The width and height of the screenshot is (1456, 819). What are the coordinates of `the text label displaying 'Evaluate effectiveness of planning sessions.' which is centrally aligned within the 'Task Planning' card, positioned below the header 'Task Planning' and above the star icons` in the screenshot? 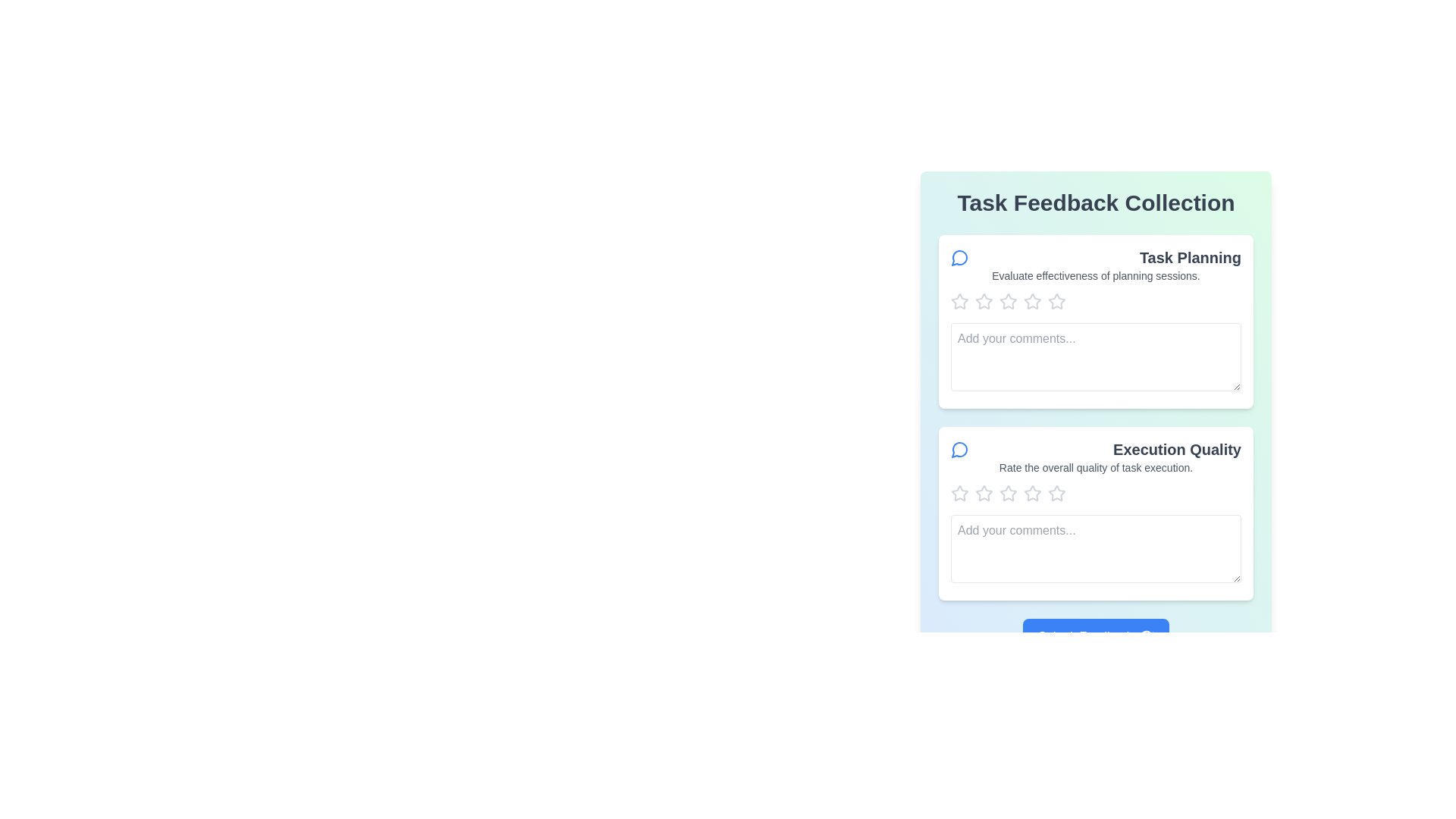 It's located at (1096, 275).